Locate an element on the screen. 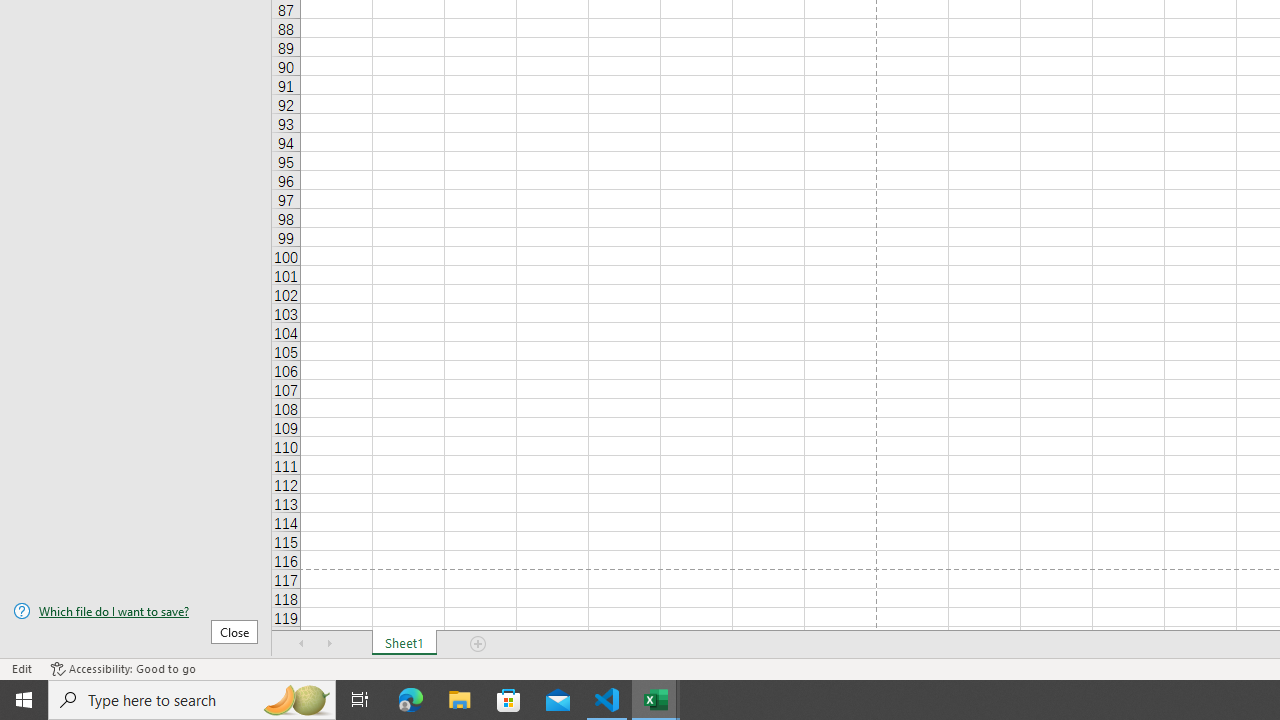  'Accessibility Checker Accessibility: Good to go' is located at coordinates (122, 669).